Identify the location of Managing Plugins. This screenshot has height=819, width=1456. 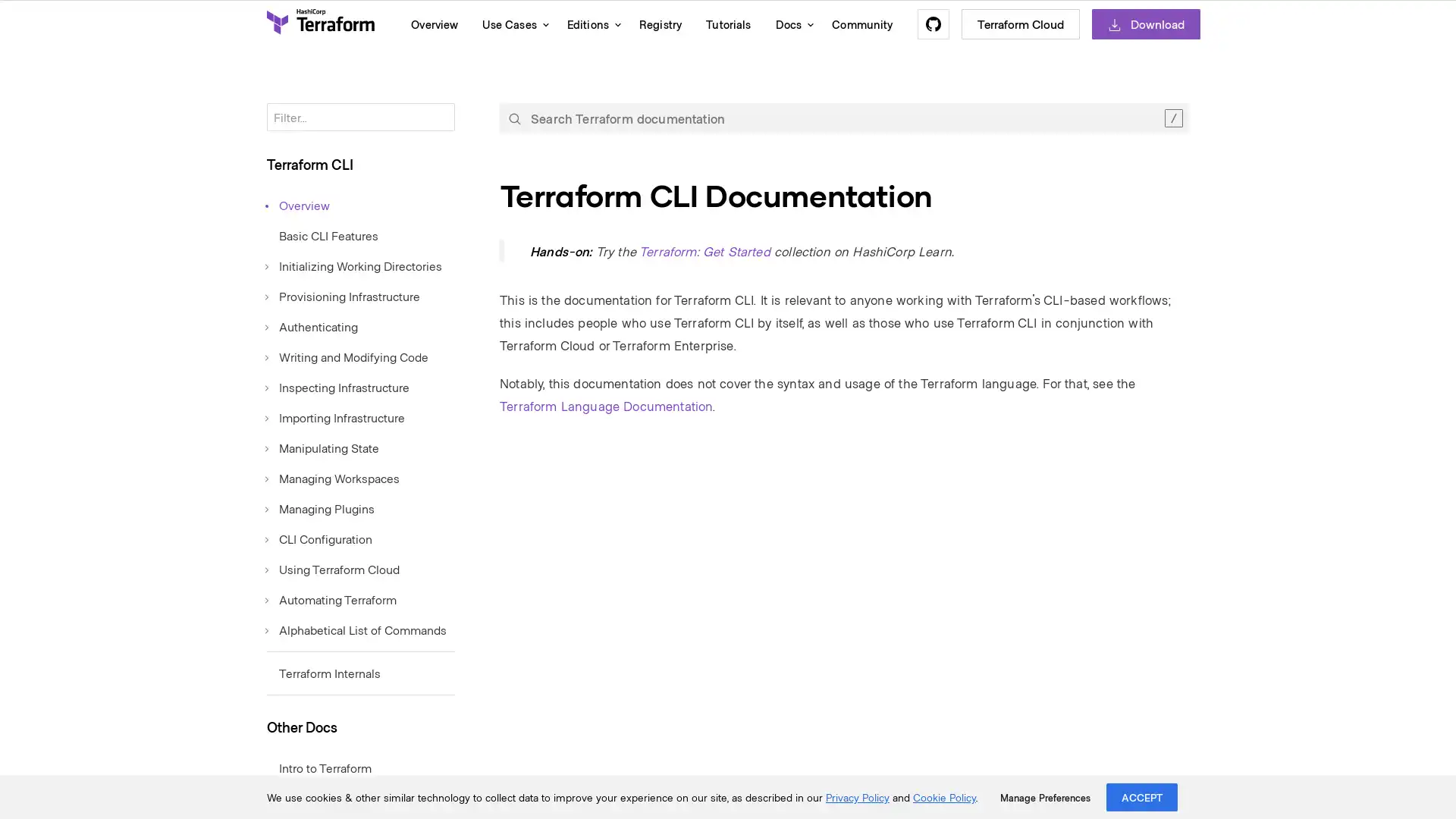
(319, 508).